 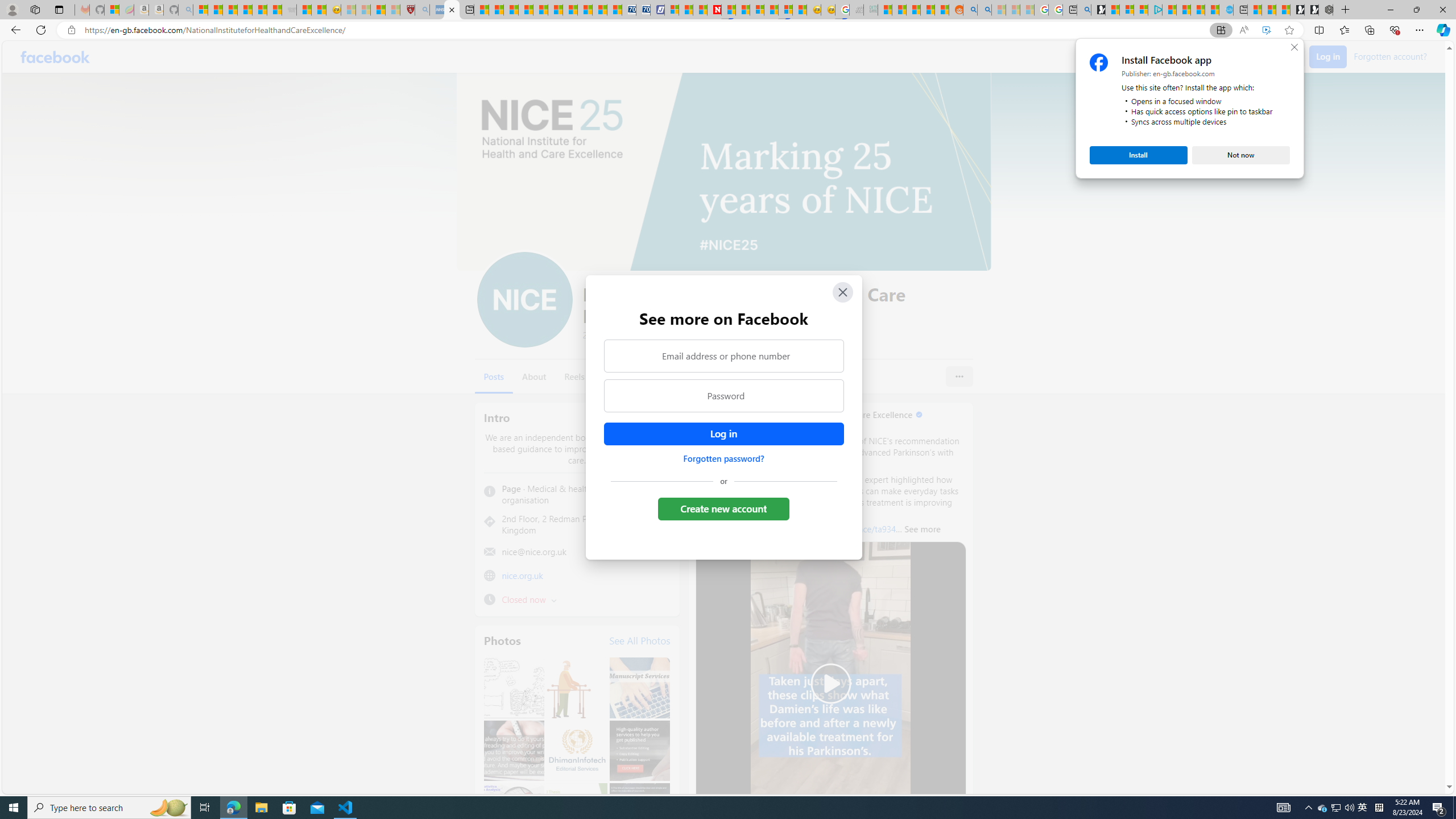 What do you see at coordinates (1454, 806) in the screenshot?
I see `'Show desktop'` at bounding box center [1454, 806].